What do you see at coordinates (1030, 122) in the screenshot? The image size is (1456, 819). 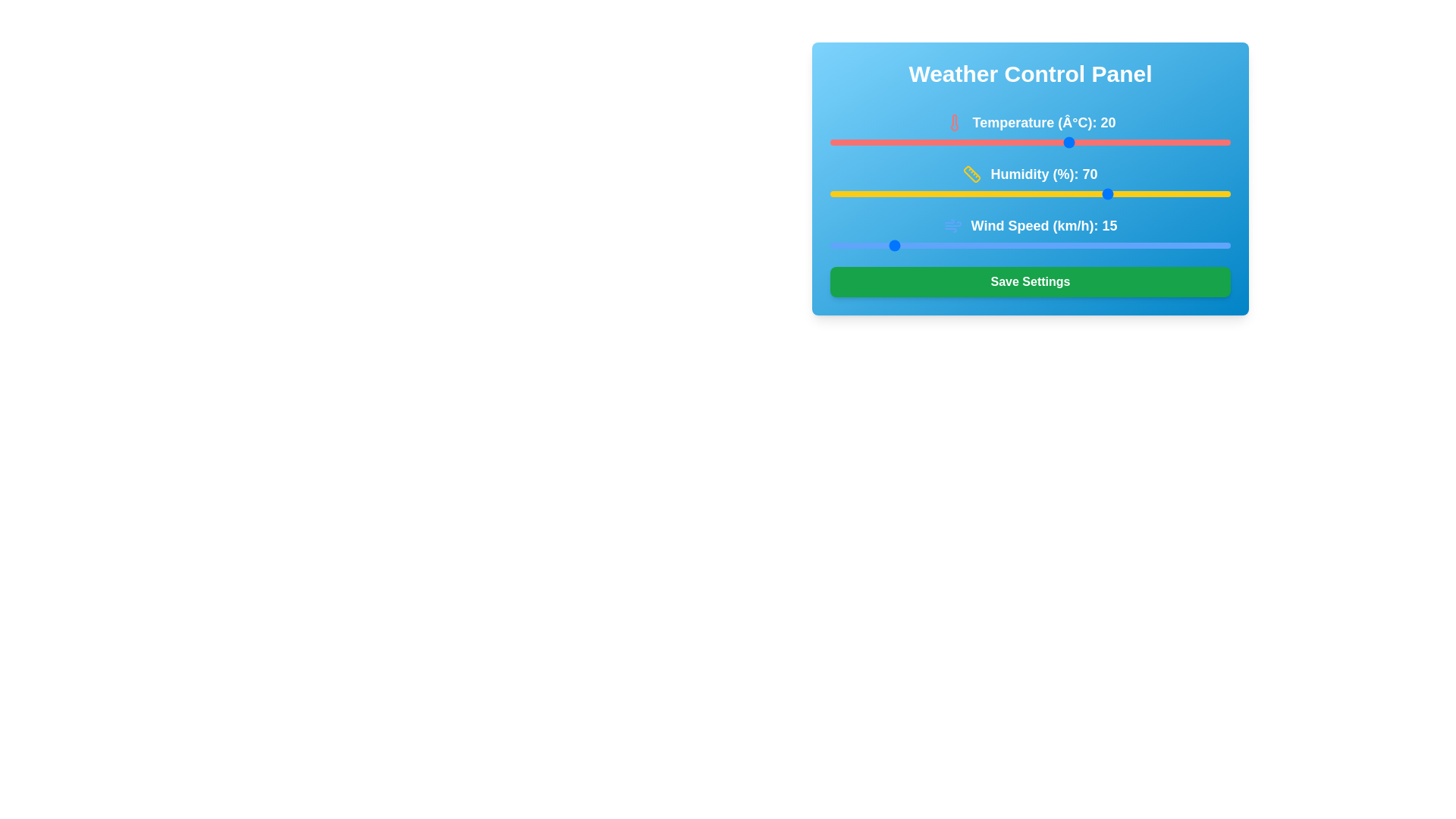 I see `the static text displaying the current temperature (20°C) in the Weather Control Panel, located at the top left of the blue panel, above the red slider bar` at bounding box center [1030, 122].